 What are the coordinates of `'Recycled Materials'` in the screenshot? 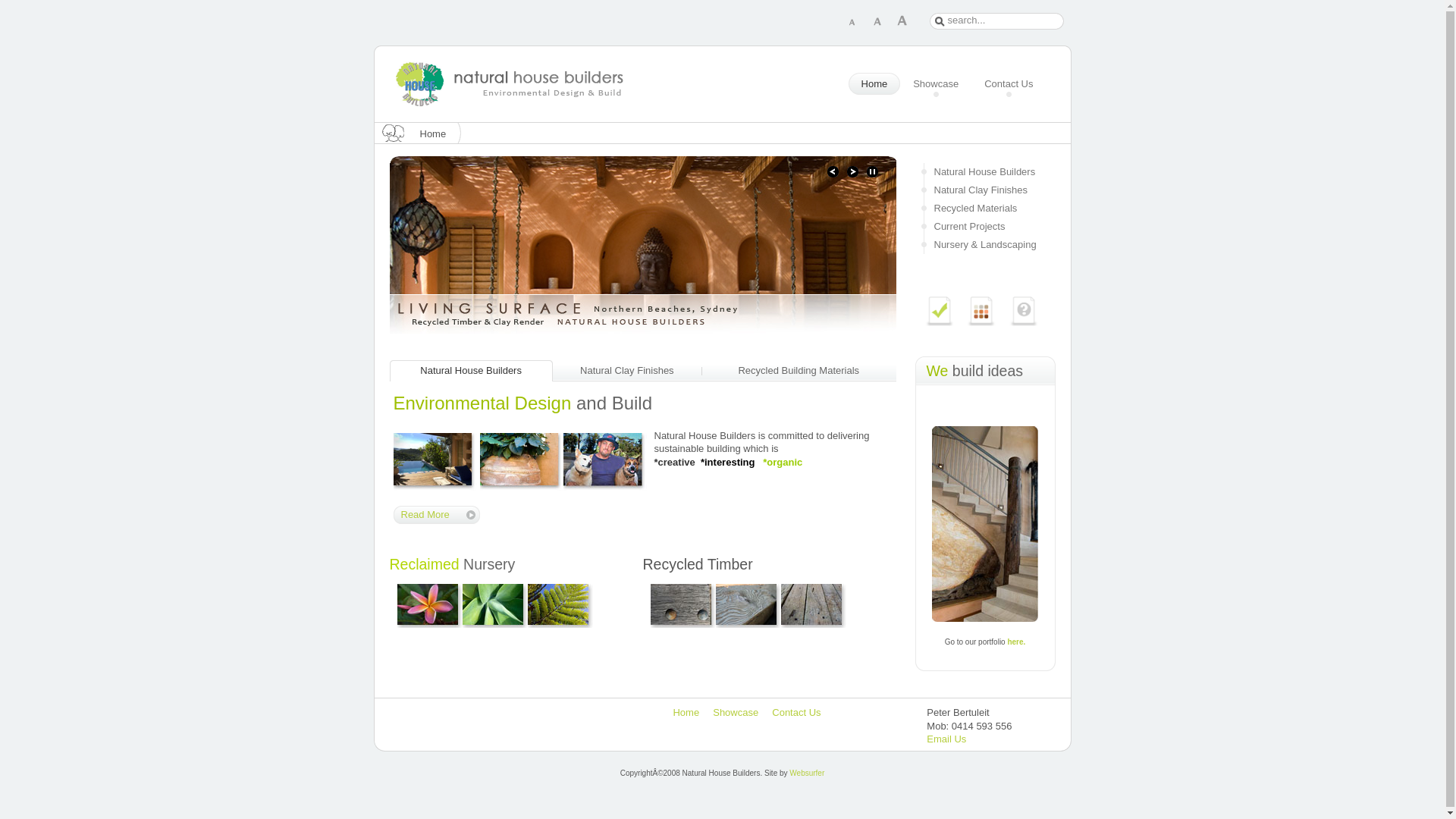 It's located at (984, 208).